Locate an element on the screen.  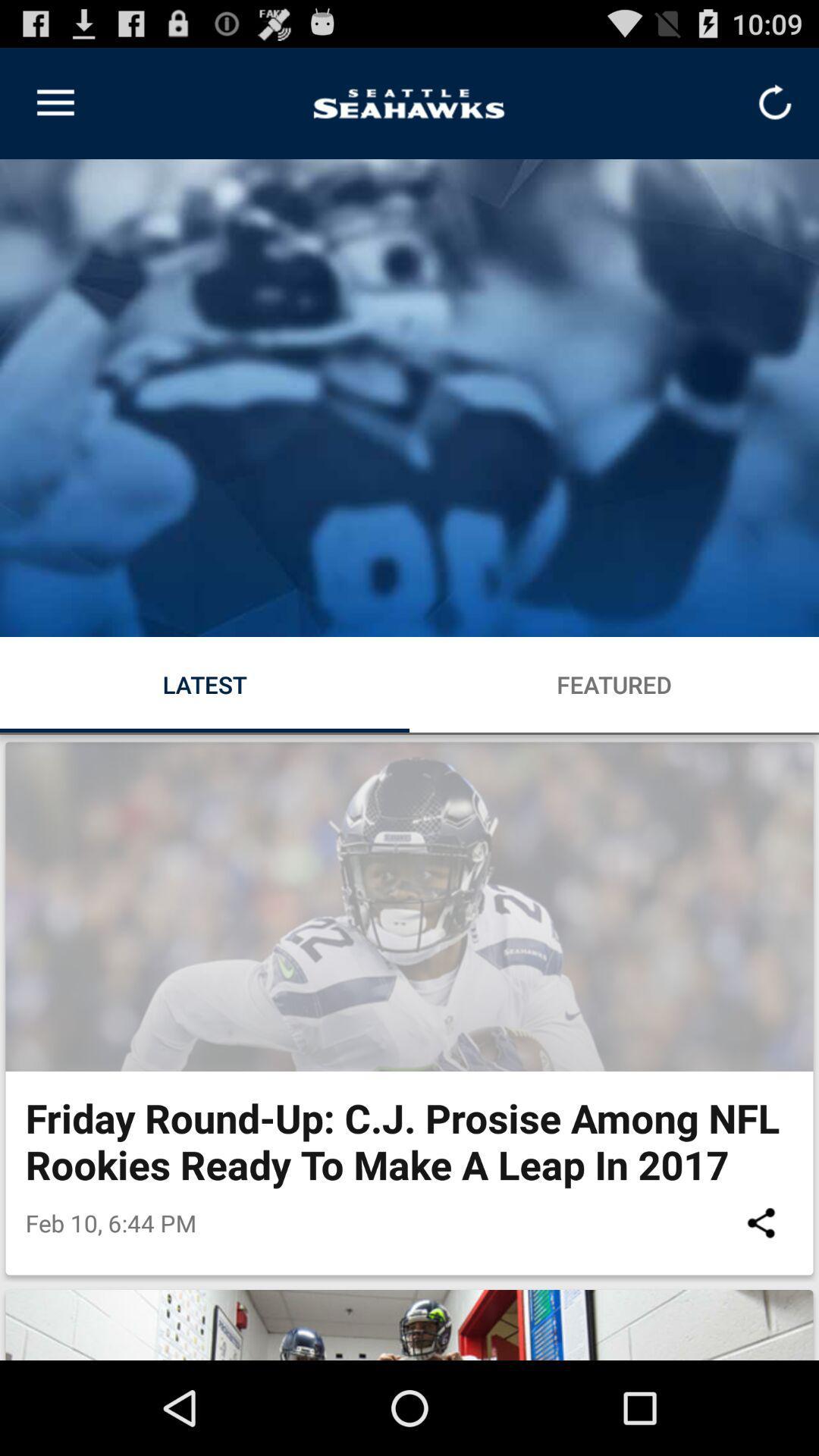
item below friday round up is located at coordinates (761, 1222).